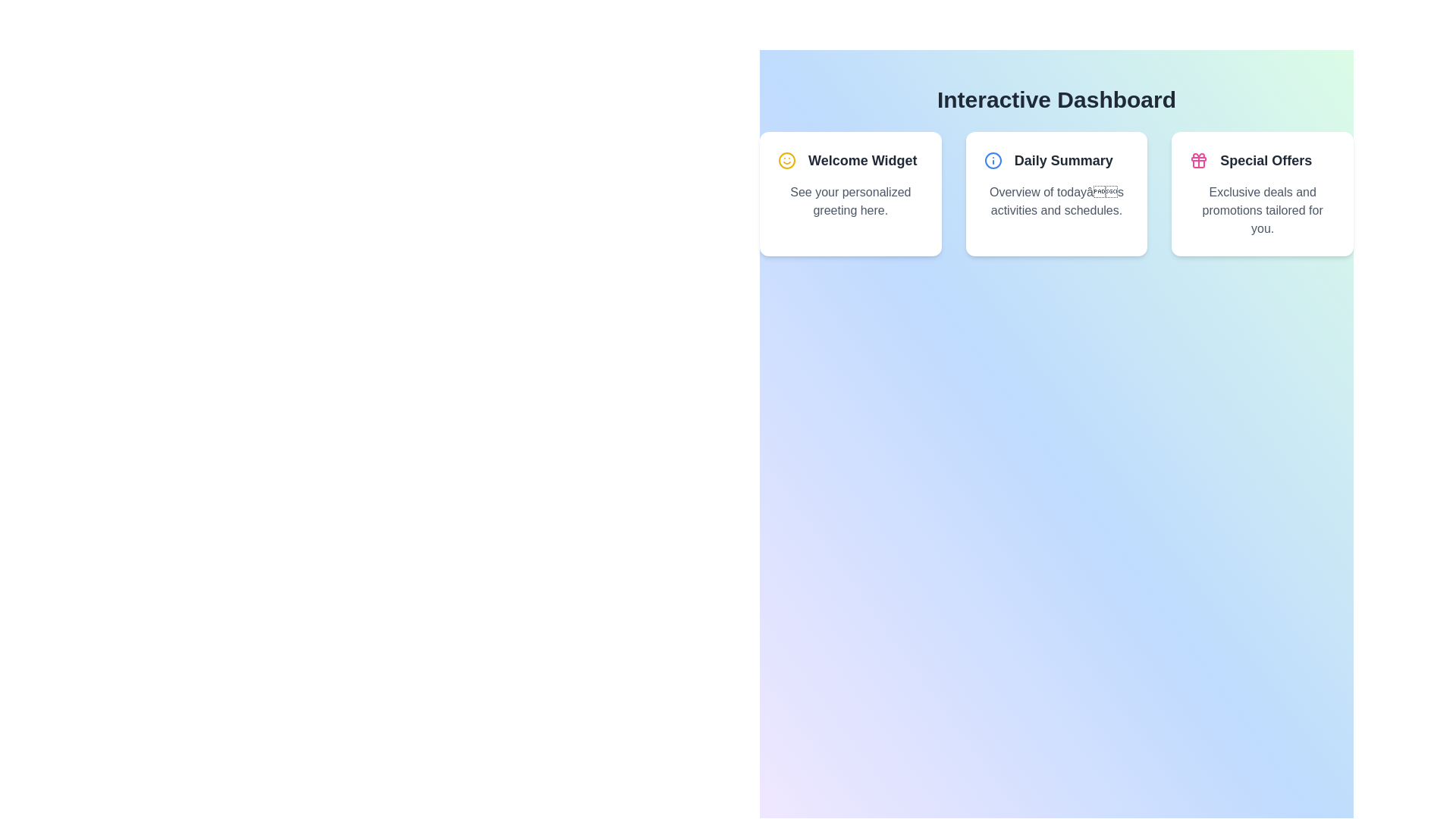 Image resolution: width=1456 pixels, height=819 pixels. What do you see at coordinates (1266, 161) in the screenshot?
I see `the card that the text label, indicating promotions, belongs to, which is located at the top center of the rightmost card in a horizontal set of three cards` at bounding box center [1266, 161].